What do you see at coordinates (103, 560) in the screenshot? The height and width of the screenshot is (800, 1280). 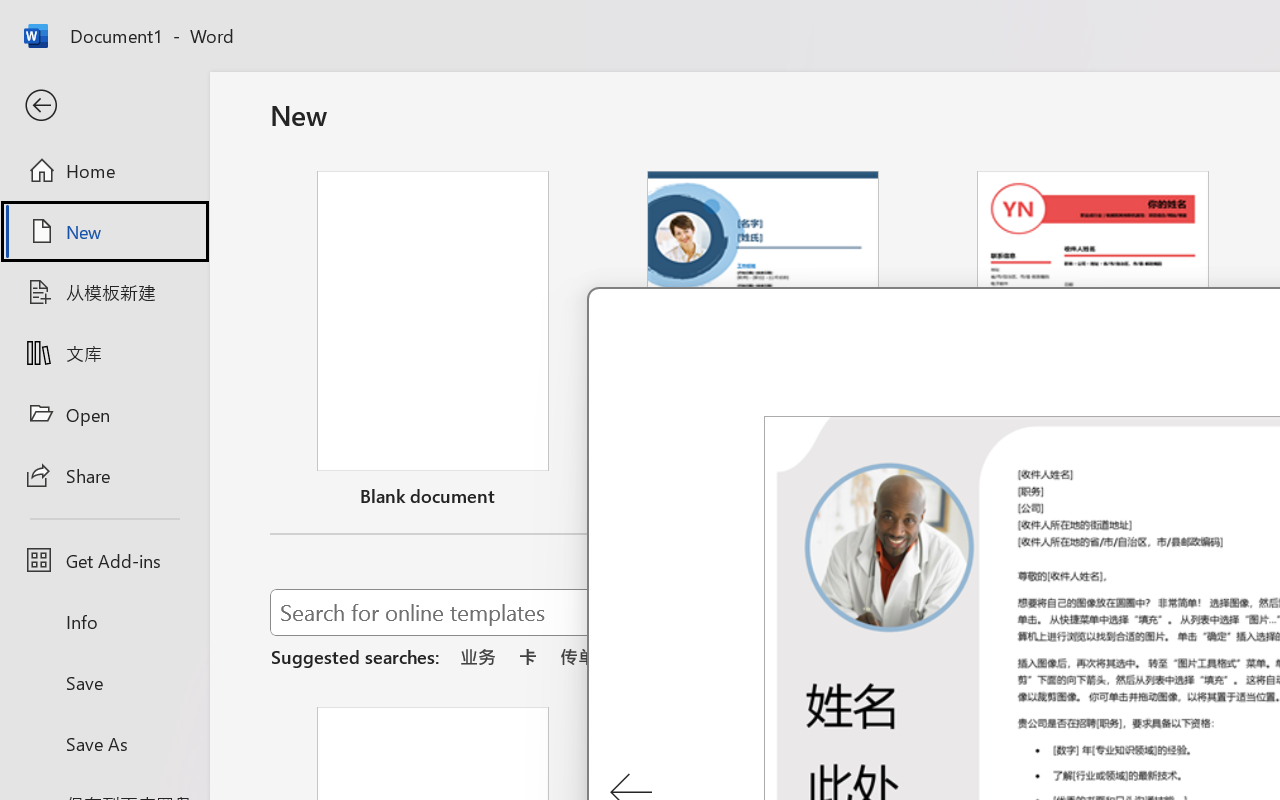 I see `'Get Add-ins'` at bounding box center [103, 560].